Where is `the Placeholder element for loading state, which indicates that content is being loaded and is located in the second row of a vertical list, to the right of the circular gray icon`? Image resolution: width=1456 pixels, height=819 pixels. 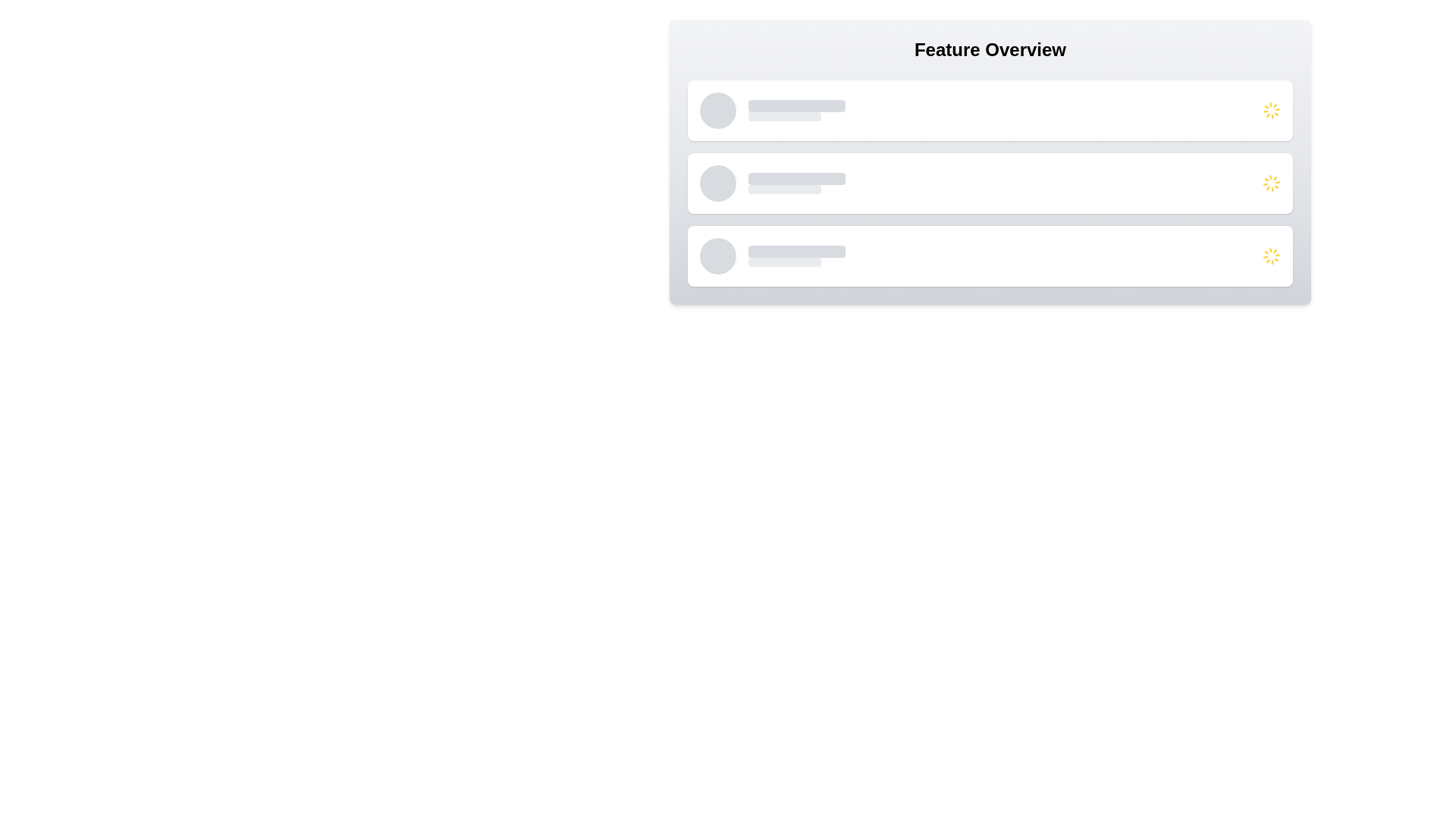 the Placeholder element for loading state, which indicates that content is being loaded and is located in the second row of a vertical list, to the right of the circular gray icon is located at coordinates (785, 189).